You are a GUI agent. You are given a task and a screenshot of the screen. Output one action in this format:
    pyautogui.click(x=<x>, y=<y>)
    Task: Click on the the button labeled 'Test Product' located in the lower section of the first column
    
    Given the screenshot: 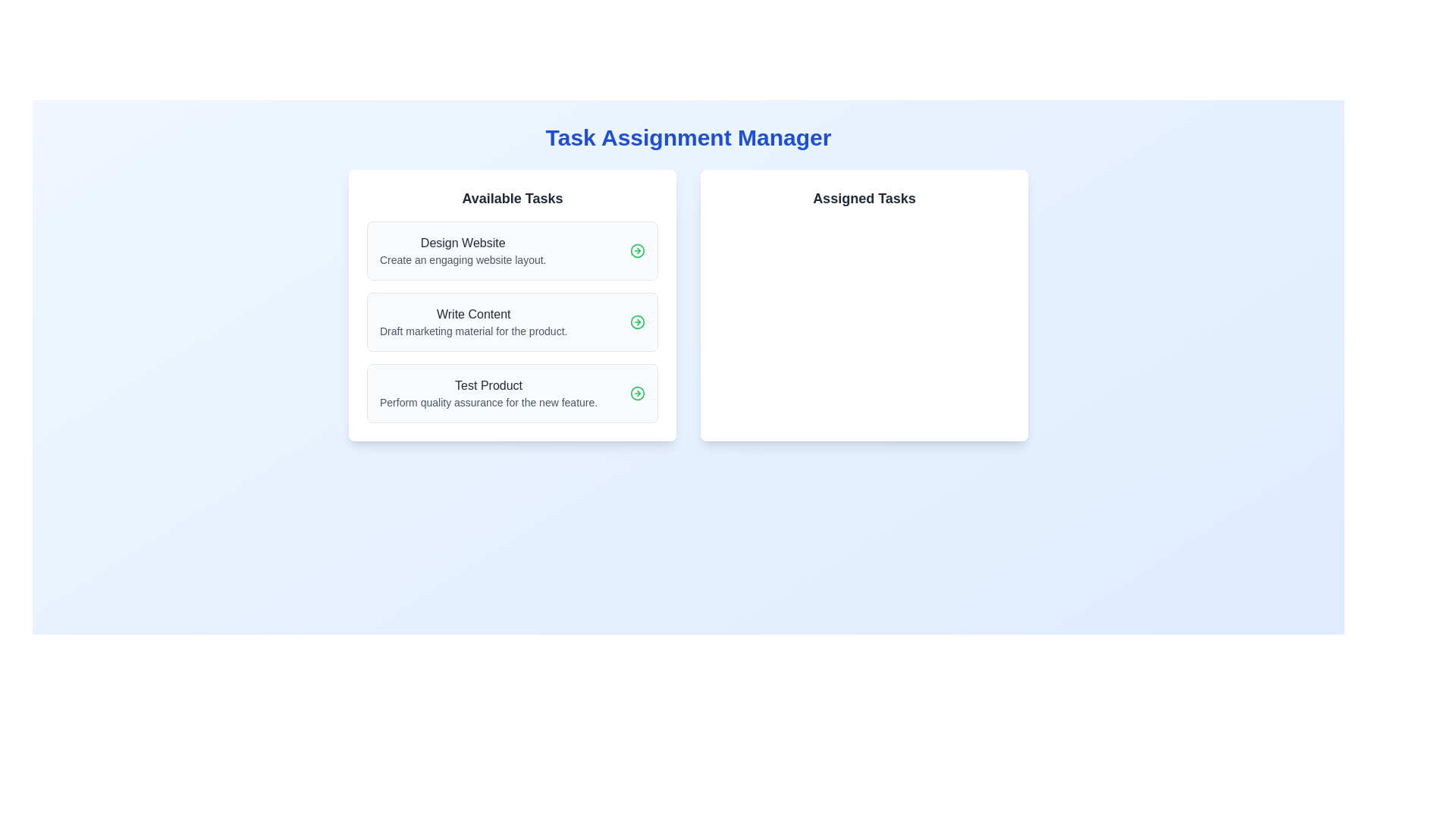 What is the action you would take?
    pyautogui.click(x=637, y=393)
    